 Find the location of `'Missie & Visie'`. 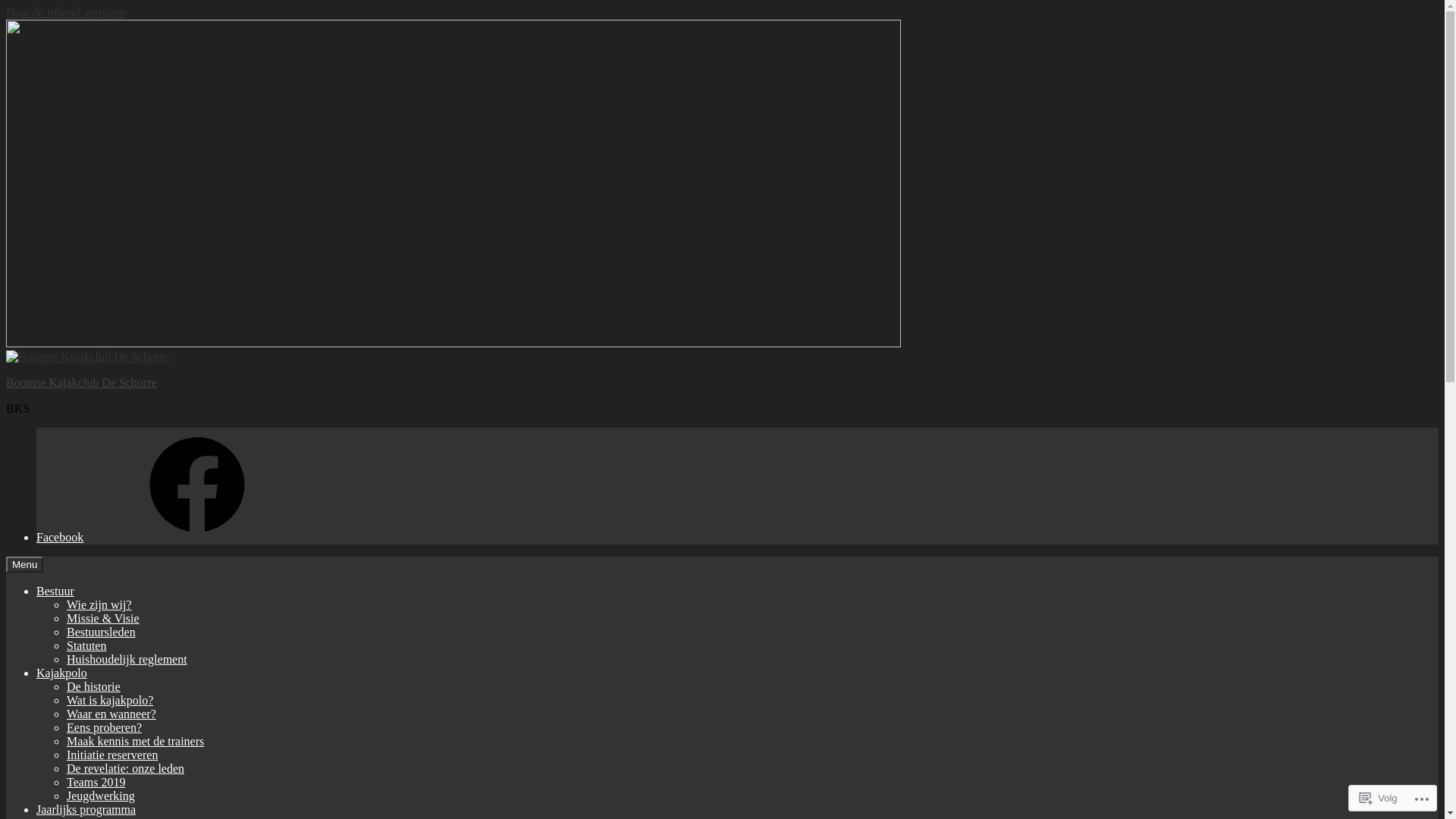

'Missie & Visie' is located at coordinates (102, 618).